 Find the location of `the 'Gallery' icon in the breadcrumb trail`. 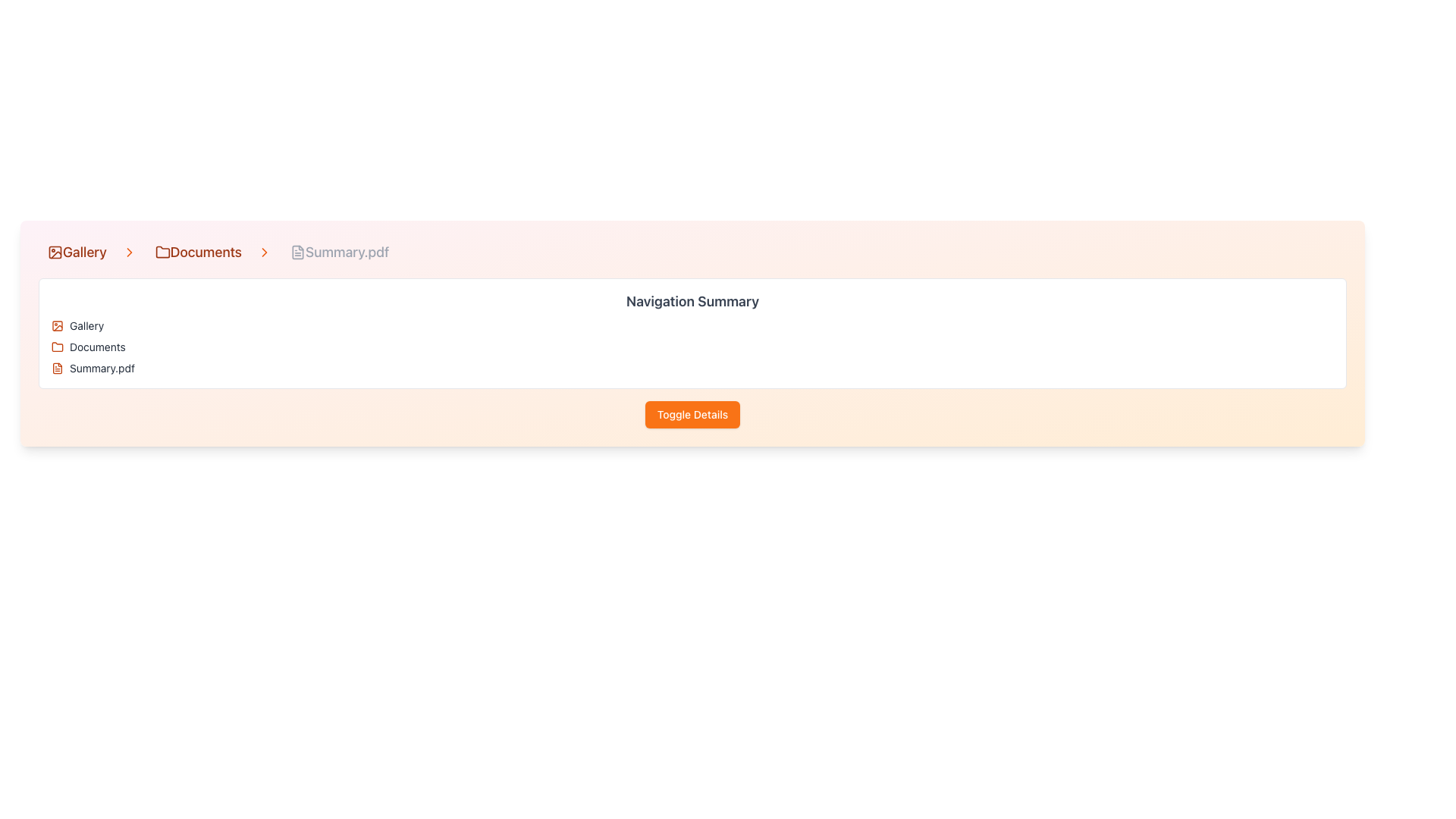

the 'Gallery' icon in the breadcrumb trail is located at coordinates (55, 251).